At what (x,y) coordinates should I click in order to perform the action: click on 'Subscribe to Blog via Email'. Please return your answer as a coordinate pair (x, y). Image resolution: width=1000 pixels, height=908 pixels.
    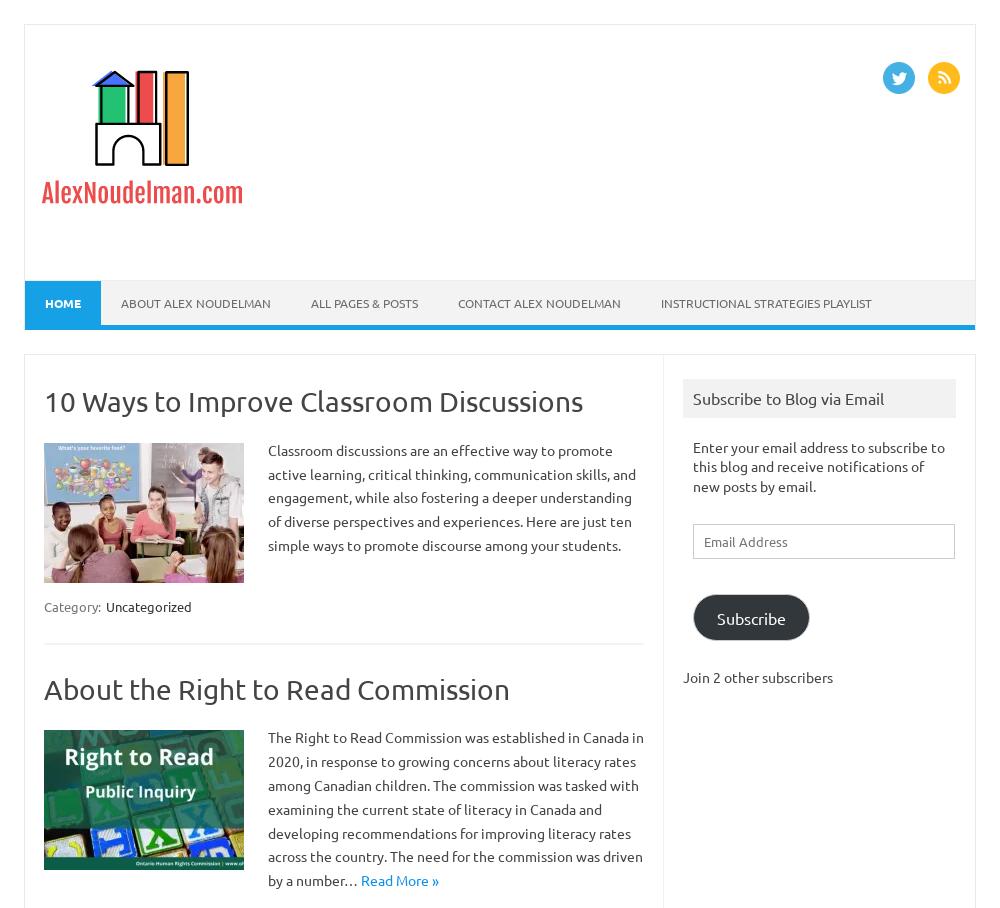
    Looking at the image, I should click on (692, 396).